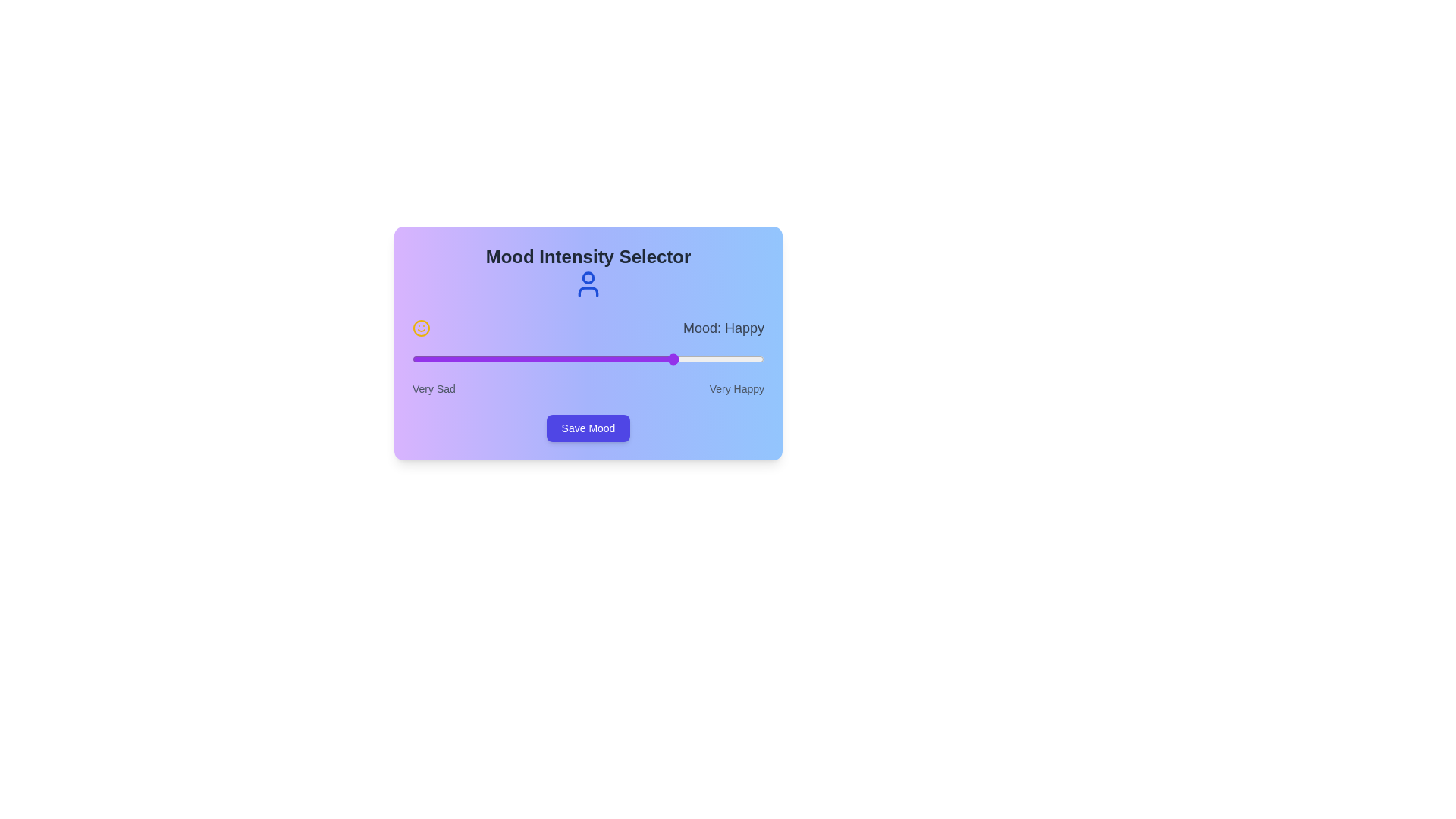  Describe the element at coordinates (412, 359) in the screenshot. I see `the mood level slider to 0` at that location.